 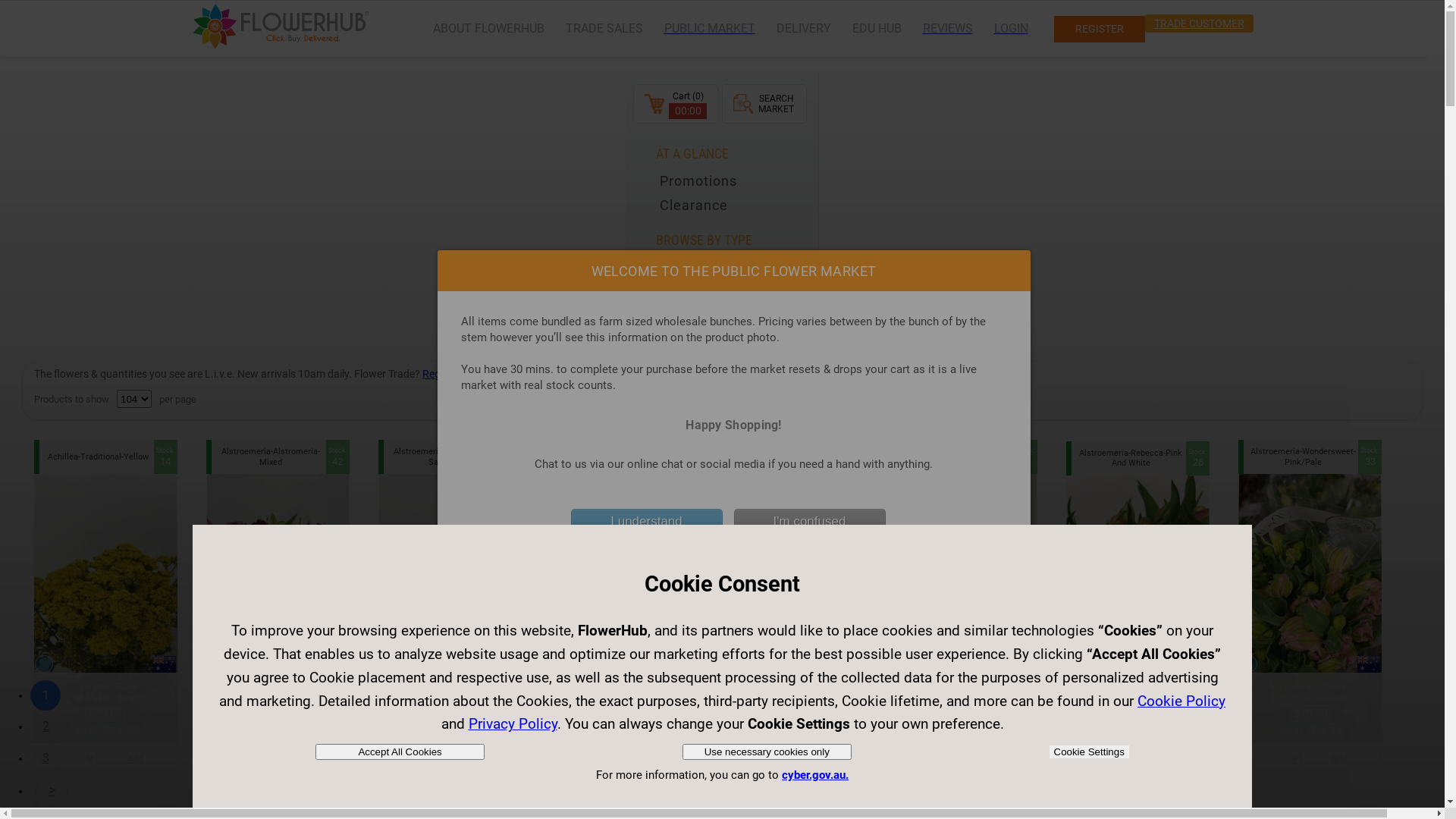 I want to click on '>', so click(x=51, y=789).